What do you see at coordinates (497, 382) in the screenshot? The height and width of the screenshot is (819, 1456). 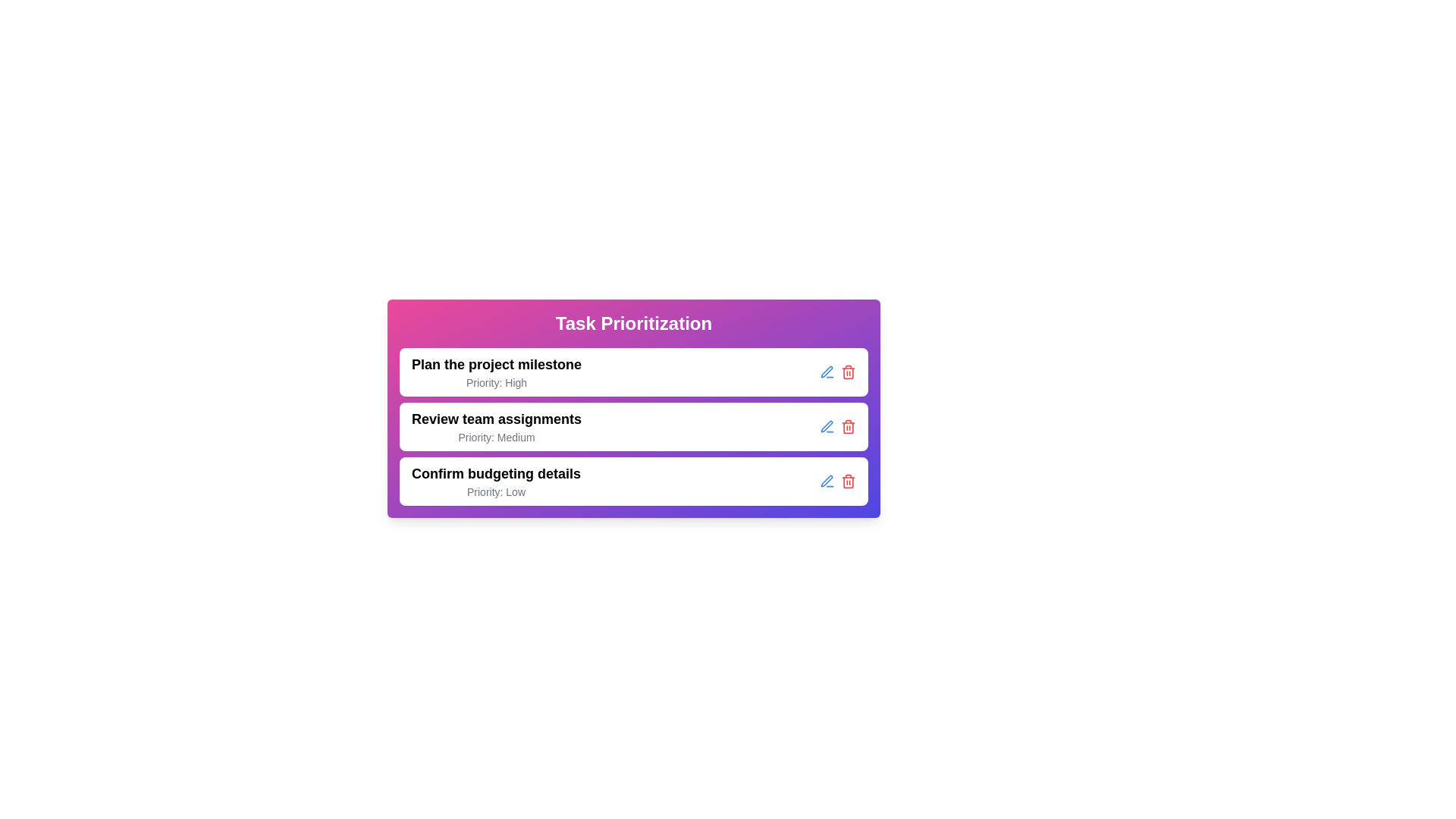 I see `the text label displaying 'Priority: High' which is styled in a small gray font, located beneath 'Plan the project milestone' in a task item card layout` at bounding box center [497, 382].